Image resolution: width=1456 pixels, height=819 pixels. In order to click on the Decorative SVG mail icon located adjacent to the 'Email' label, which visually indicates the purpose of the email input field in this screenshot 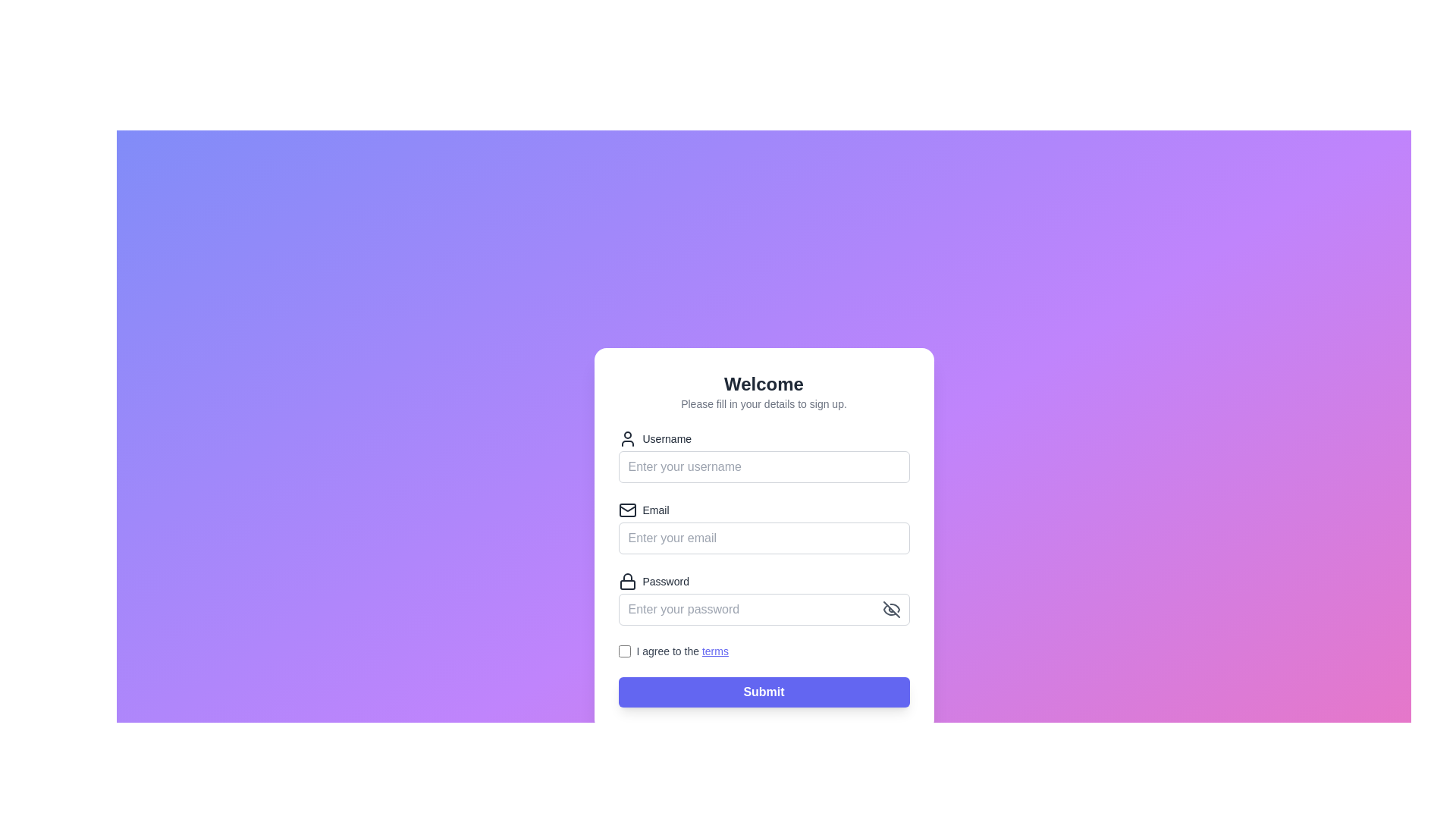, I will do `click(627, 510)`.